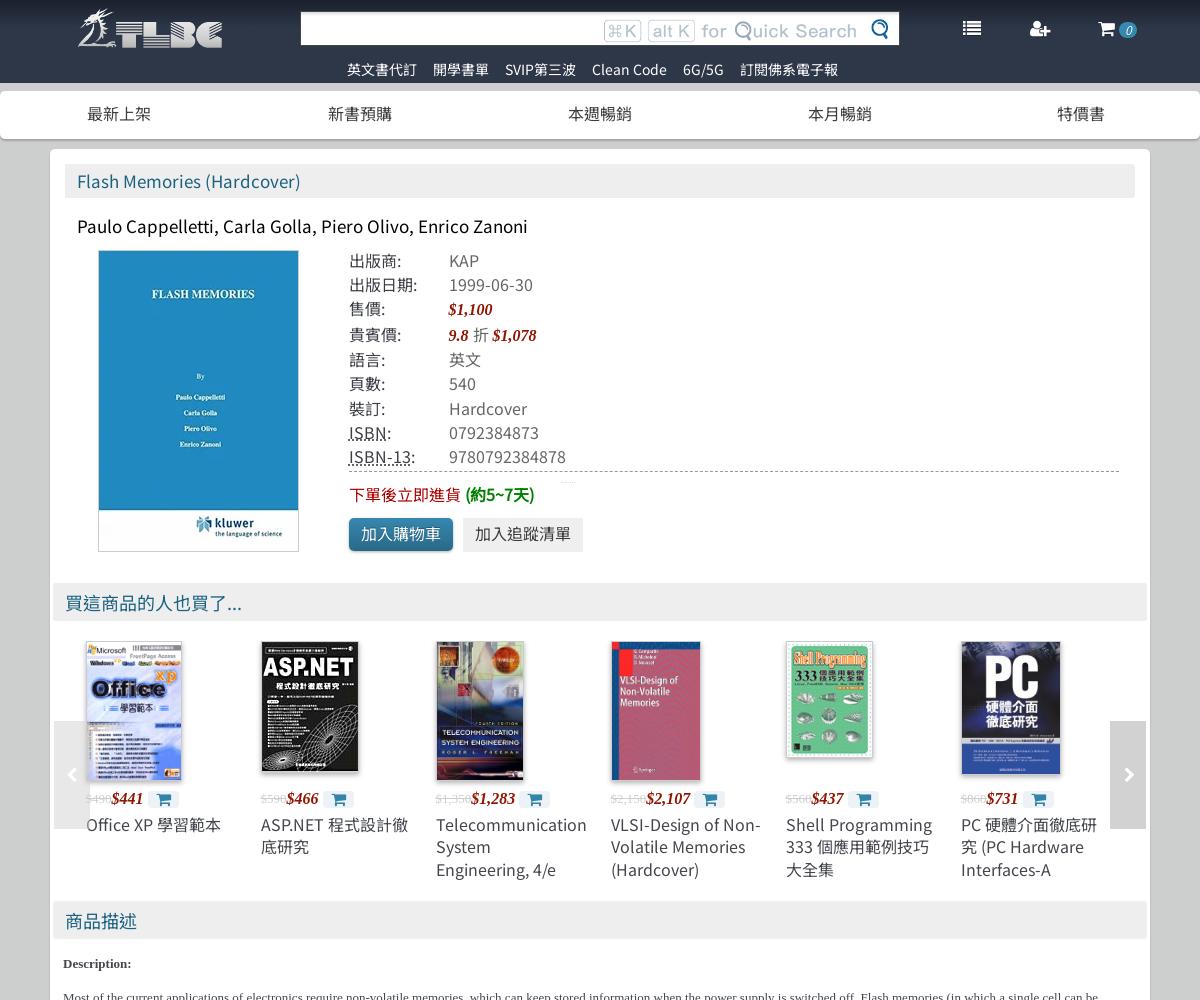 The image size is (1200, 1000). I want to click on '語言:', so click(366, 357).